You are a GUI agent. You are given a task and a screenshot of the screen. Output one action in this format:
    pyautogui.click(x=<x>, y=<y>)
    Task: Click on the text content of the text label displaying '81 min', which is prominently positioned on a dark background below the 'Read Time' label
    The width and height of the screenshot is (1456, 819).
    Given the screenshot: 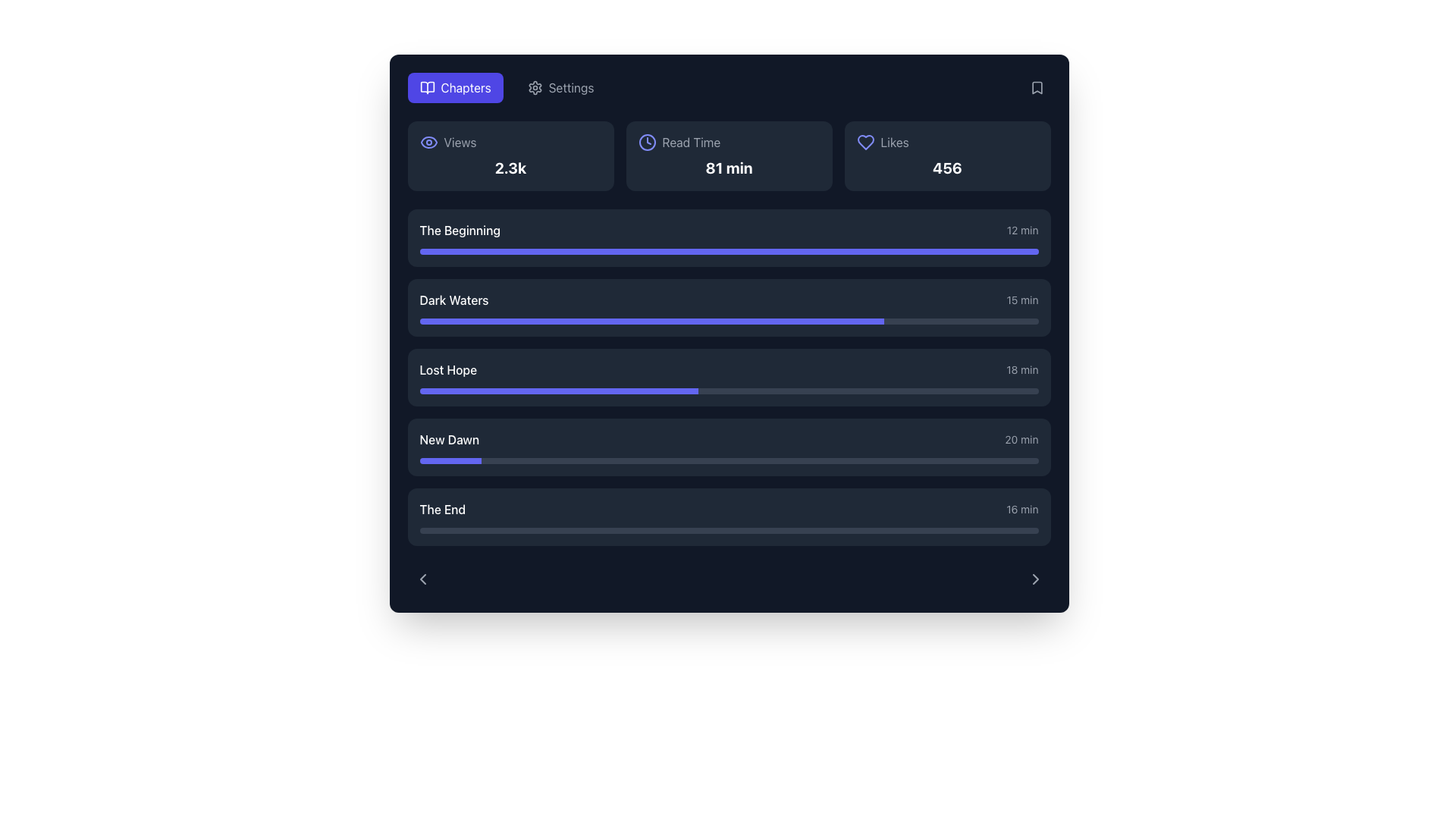 What is the action you would take?
    pyautogui.click(x=729, y=168)
    